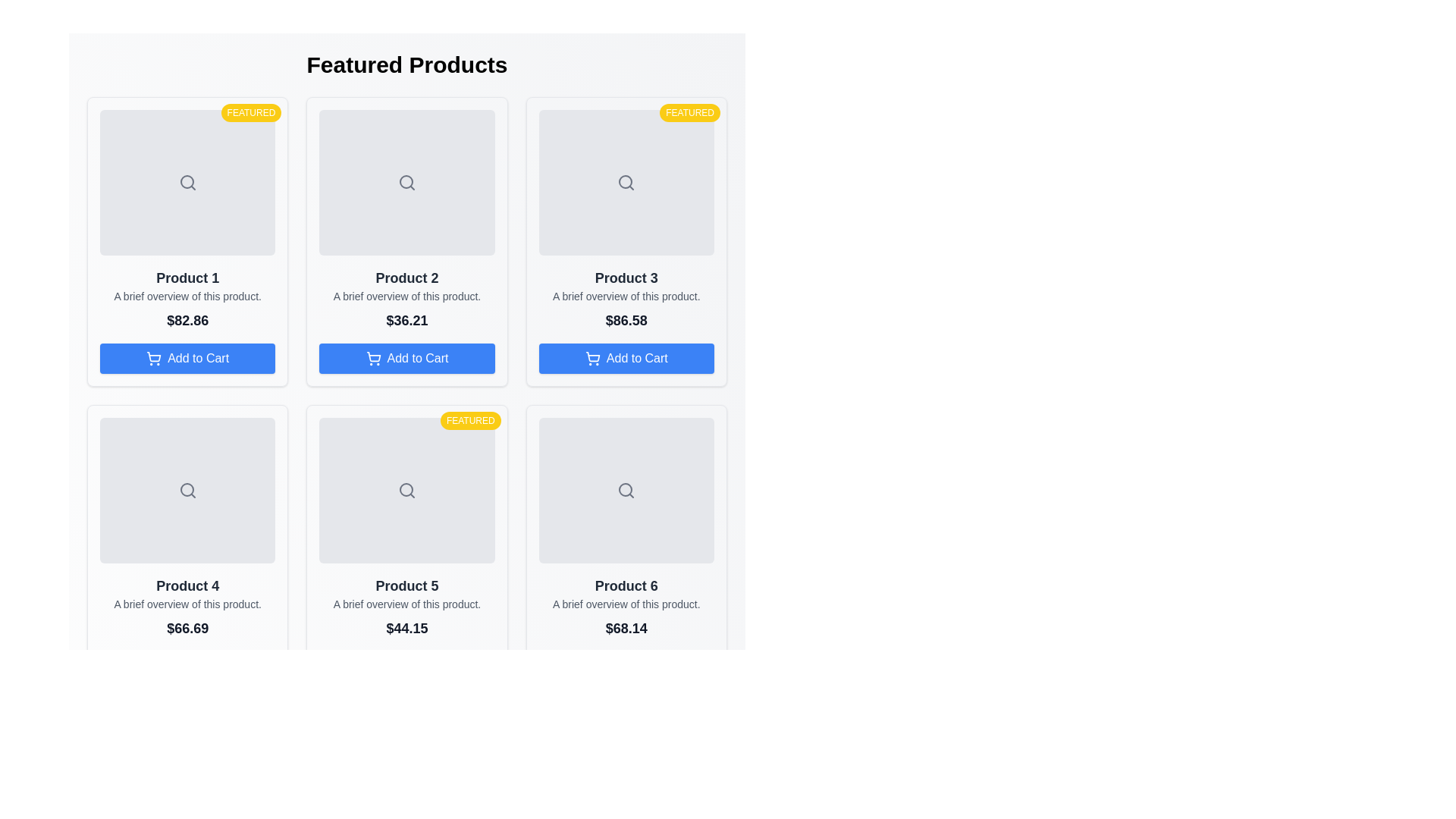  What do you see at coordinates (187, 629) in the screenshot?
I see `price displayed in the text label for 'Product 4', located in the second row, first column of the product card, below the product description and above the 'Add to Cart' button` at bounding box center [187, 629].